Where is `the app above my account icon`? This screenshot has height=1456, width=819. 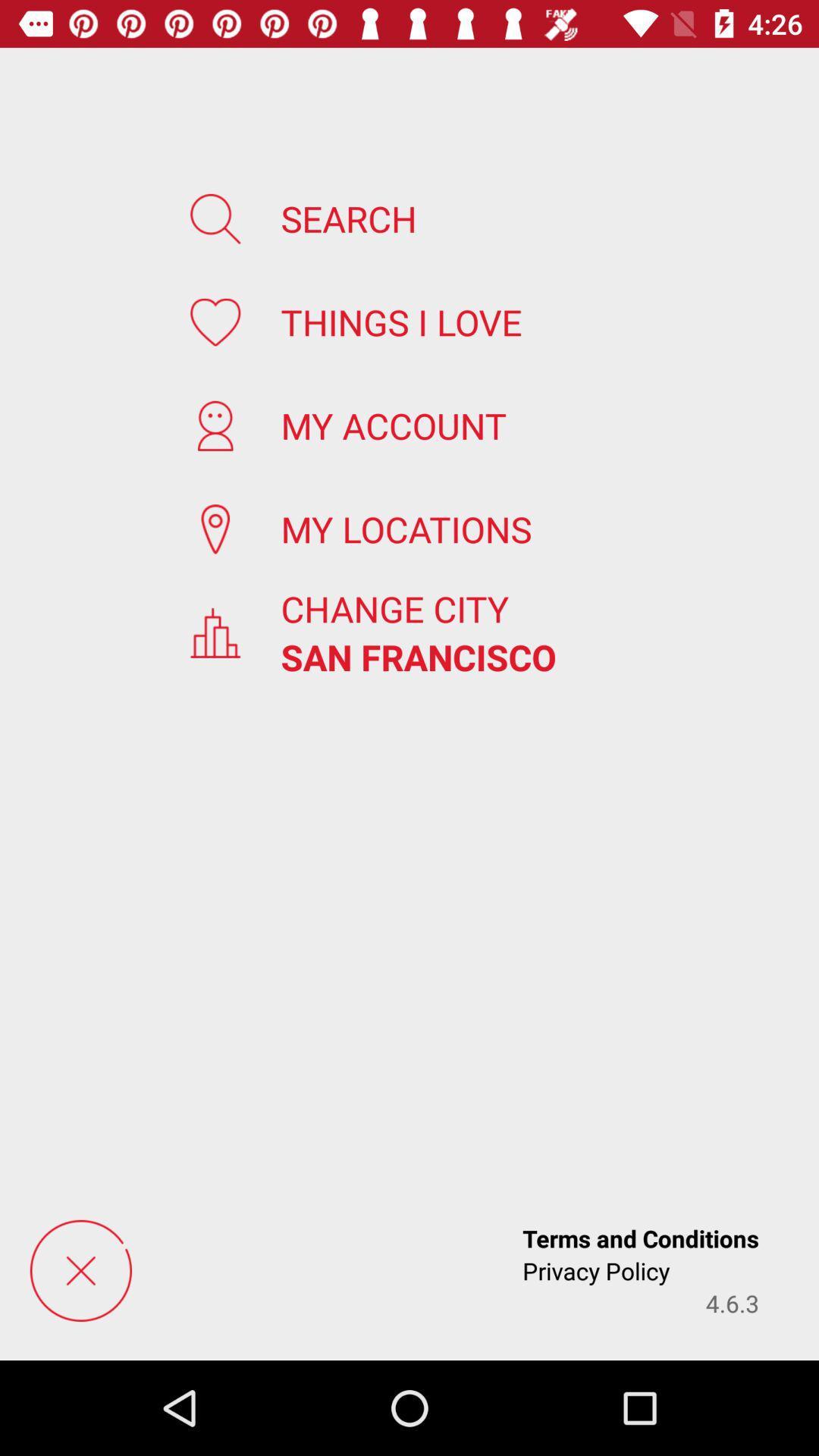
the app above my account icon is located at coordinates (400, 321).